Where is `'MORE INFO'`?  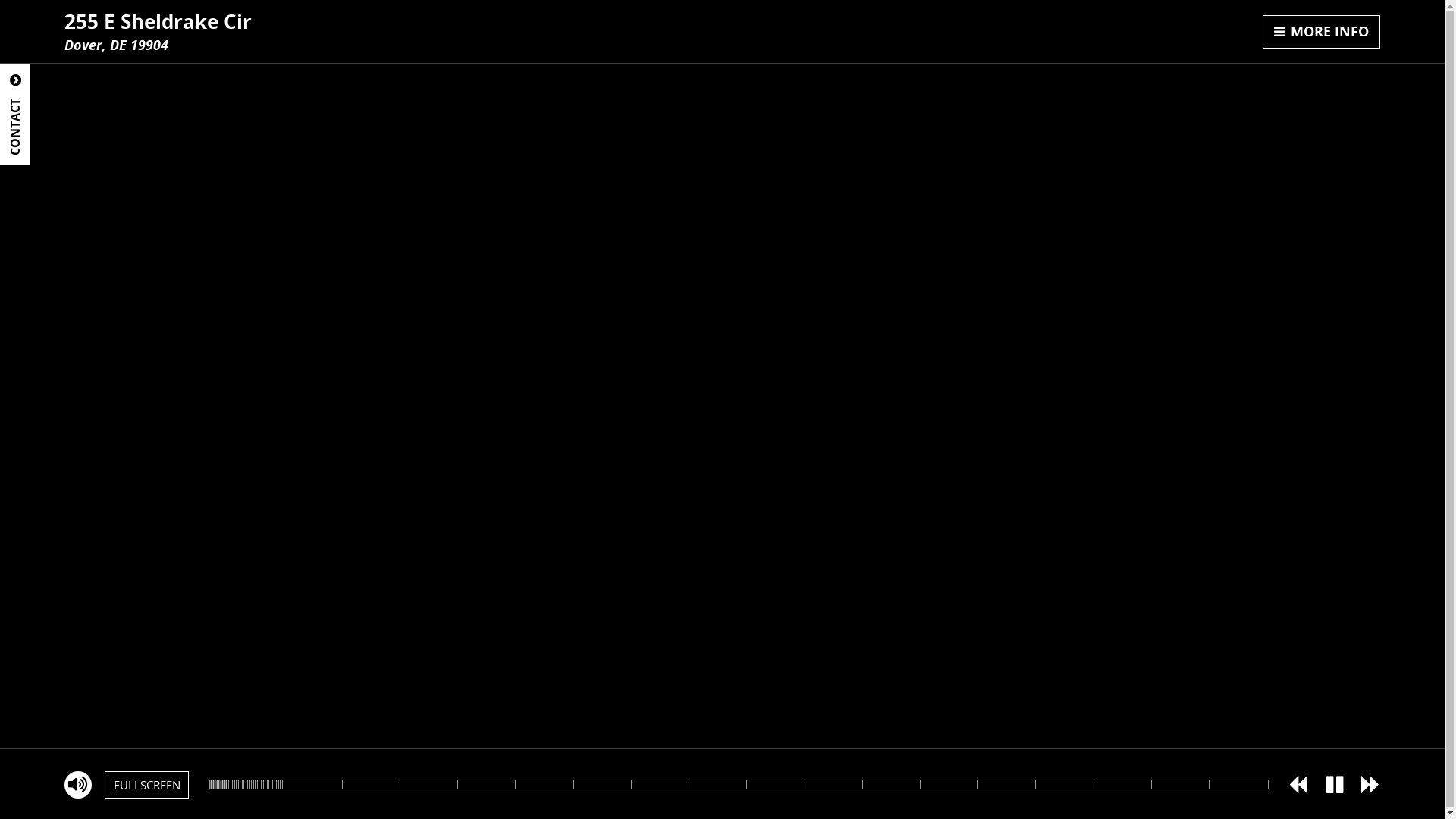
'MORE INFO' is located at coordinates (1320, 32).